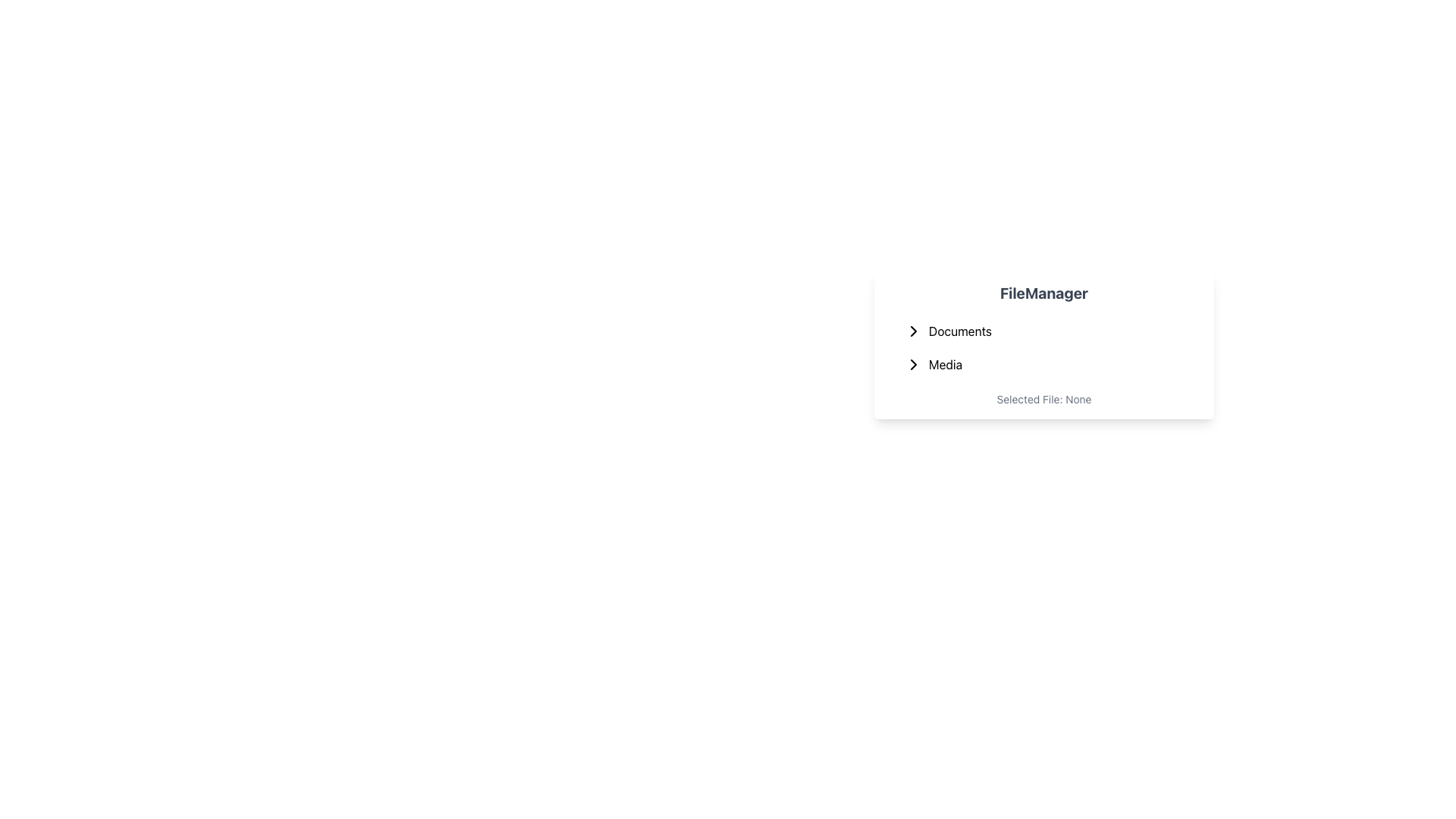  What do you see at coordinates (945, 365) in the screenshot?
I see `the text label displaying 'Media' in bold within the 'FileManager' dropdown menu` at bounding box center [945, 365].